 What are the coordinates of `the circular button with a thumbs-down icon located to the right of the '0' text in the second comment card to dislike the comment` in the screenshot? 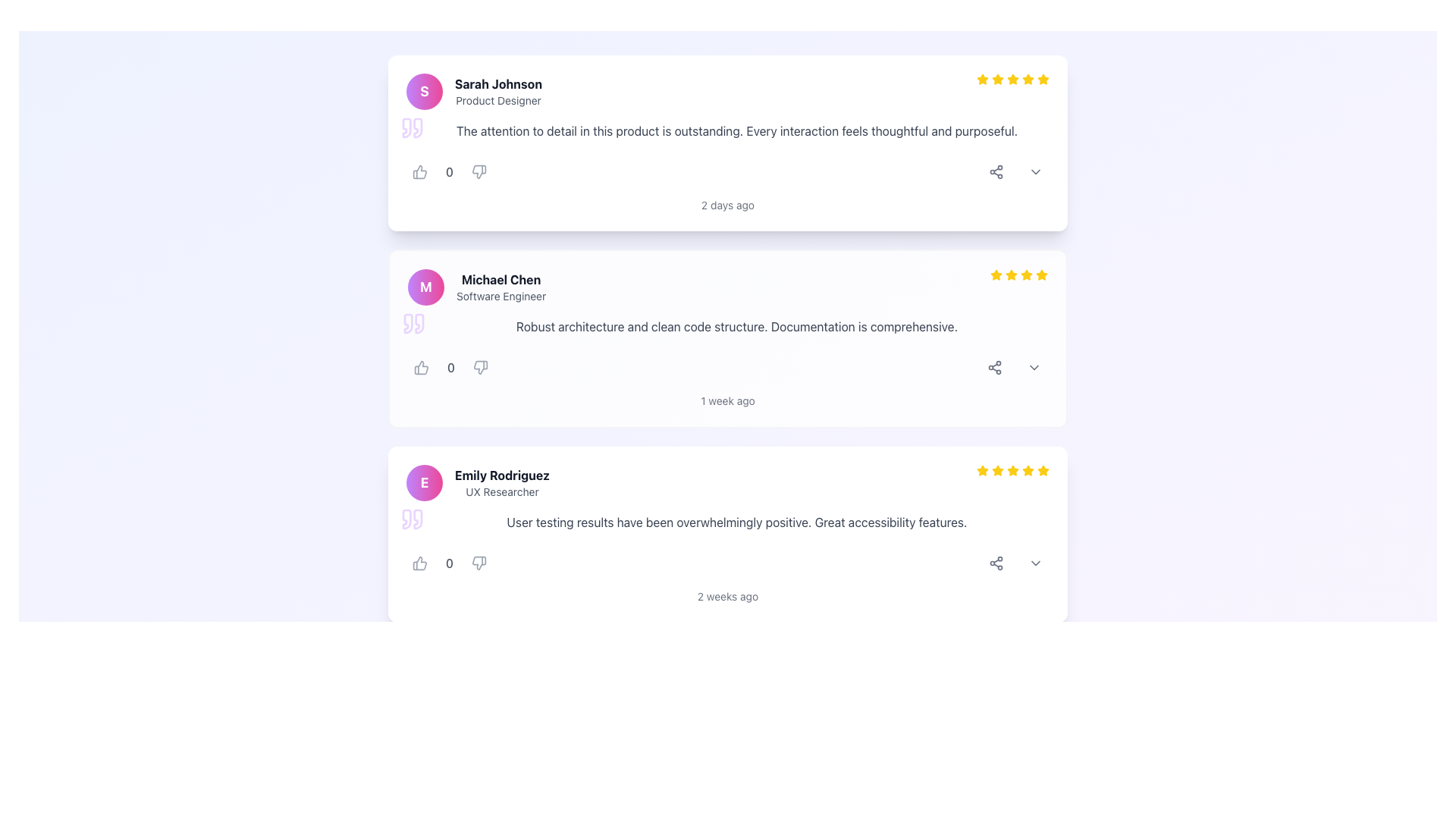 It's located at (479, 368).